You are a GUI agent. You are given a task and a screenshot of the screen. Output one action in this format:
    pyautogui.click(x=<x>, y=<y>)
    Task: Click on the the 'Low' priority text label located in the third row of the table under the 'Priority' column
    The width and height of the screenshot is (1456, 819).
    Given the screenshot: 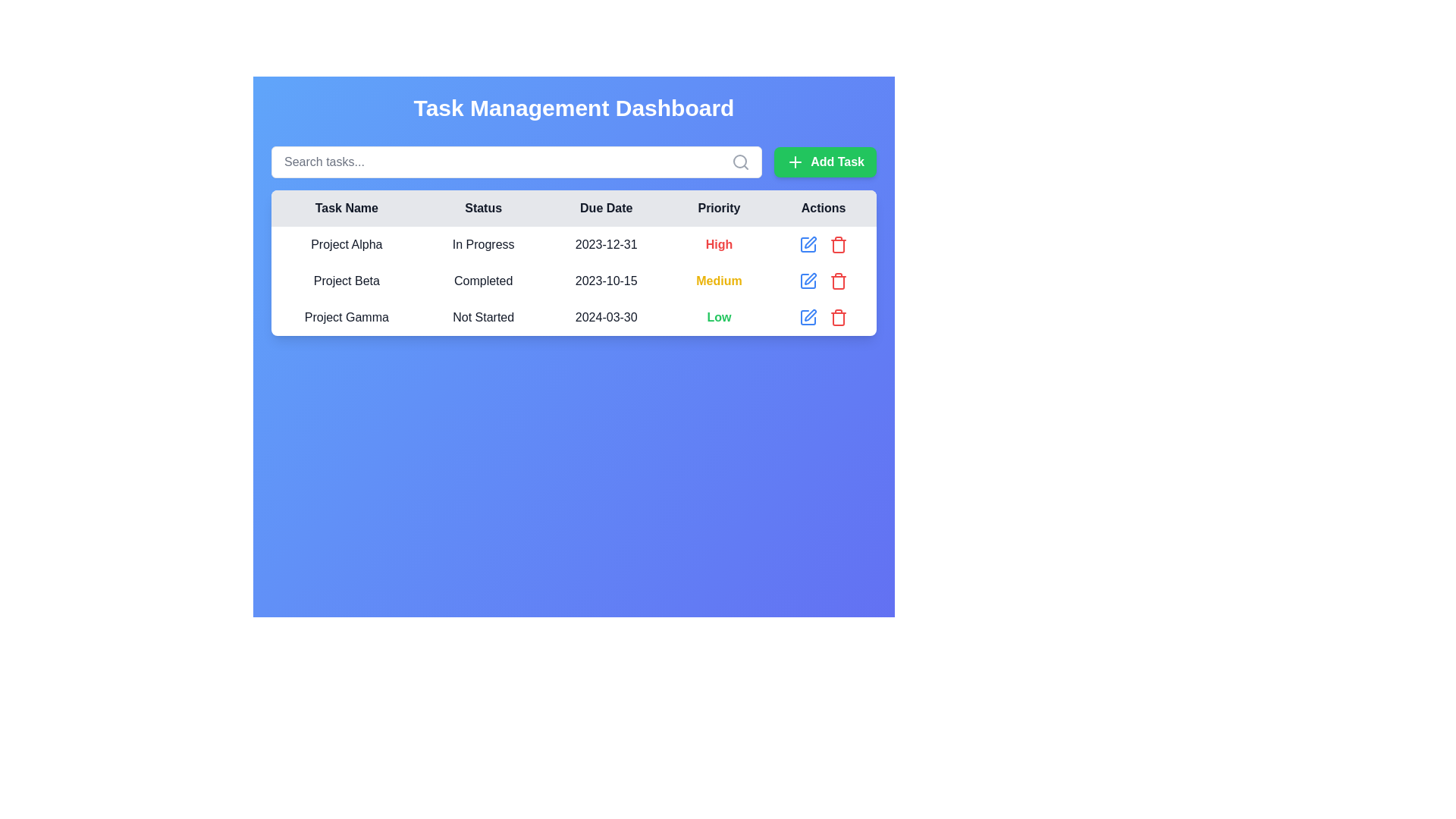 What is the action you would take?
    pyautogui.click(x=718, y=316)
    